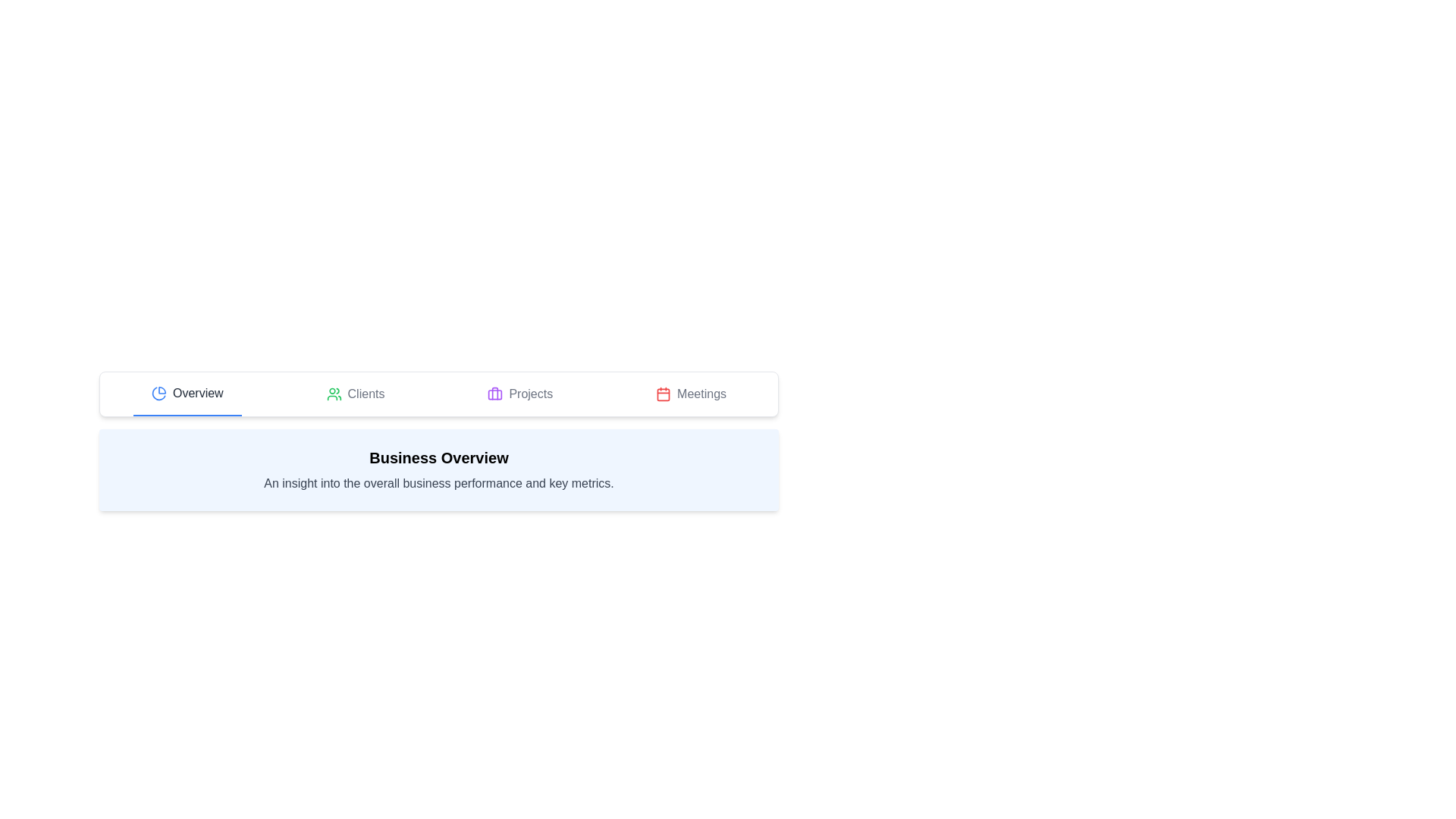  Describe the element at coordinates (438, 483) in the screenshot. I see `text snippet 'An insight into the overall business performance and key metrics.' which is positioned below the 'Business Overview' heading in a gray color within a blue-bordered box` at that location.